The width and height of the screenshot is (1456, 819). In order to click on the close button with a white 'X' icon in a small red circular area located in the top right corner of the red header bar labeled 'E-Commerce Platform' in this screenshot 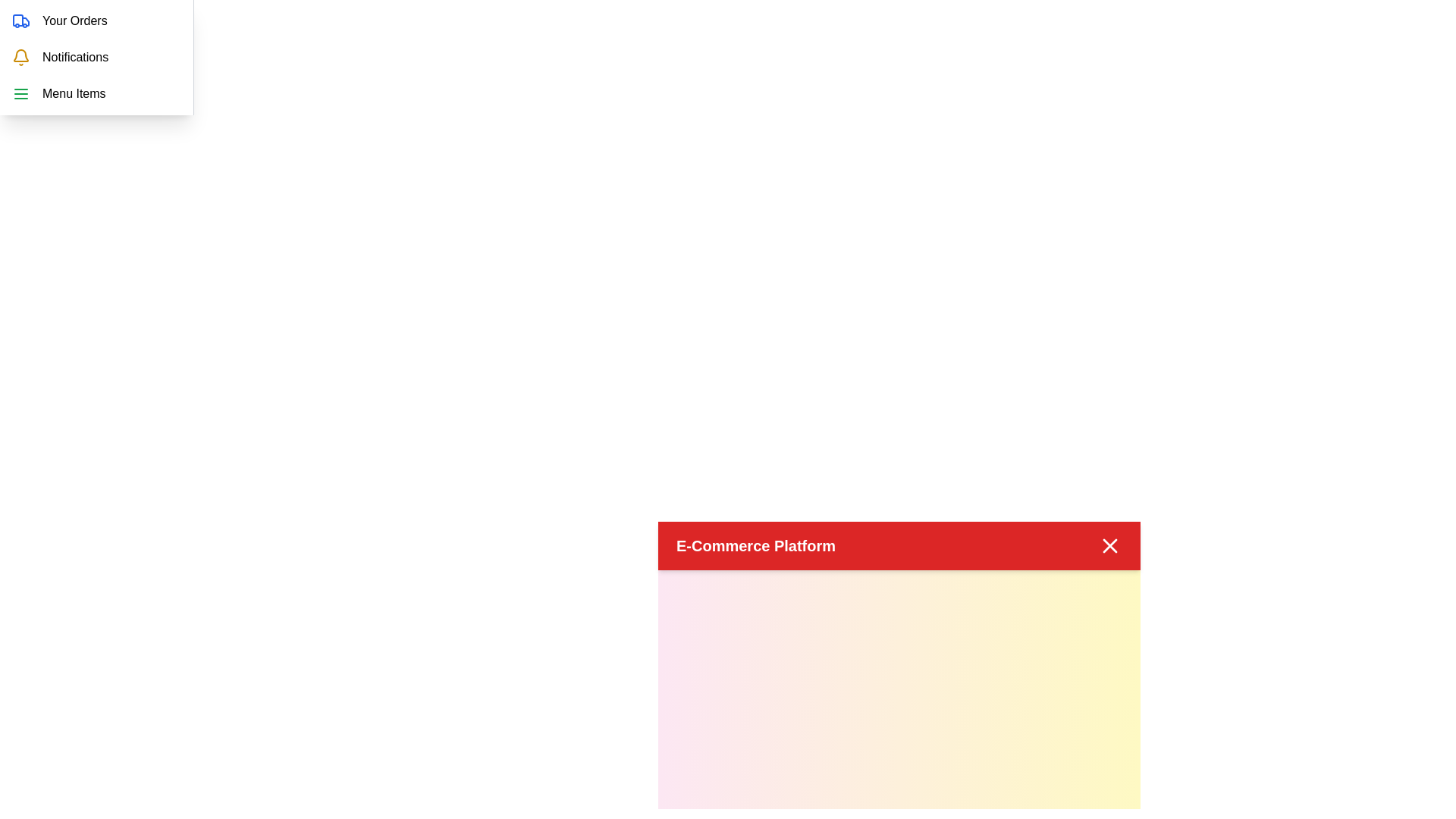, I will do `click(1110, 546)`.